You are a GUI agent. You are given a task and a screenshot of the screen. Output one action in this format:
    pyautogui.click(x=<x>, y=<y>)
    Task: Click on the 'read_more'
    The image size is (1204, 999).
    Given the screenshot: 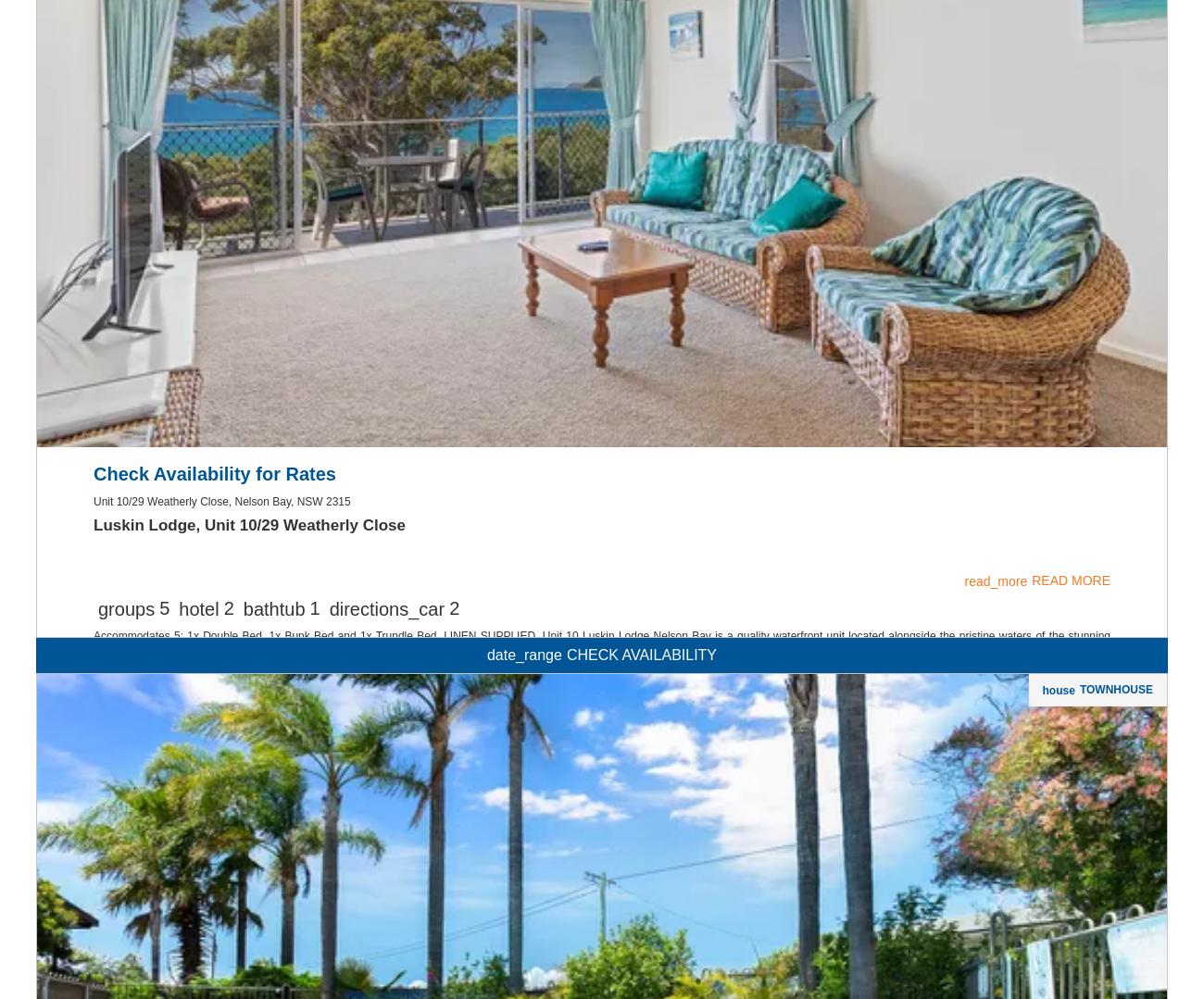 What is the action you would take?
    pyautogui.click(x=995, y=818)
    